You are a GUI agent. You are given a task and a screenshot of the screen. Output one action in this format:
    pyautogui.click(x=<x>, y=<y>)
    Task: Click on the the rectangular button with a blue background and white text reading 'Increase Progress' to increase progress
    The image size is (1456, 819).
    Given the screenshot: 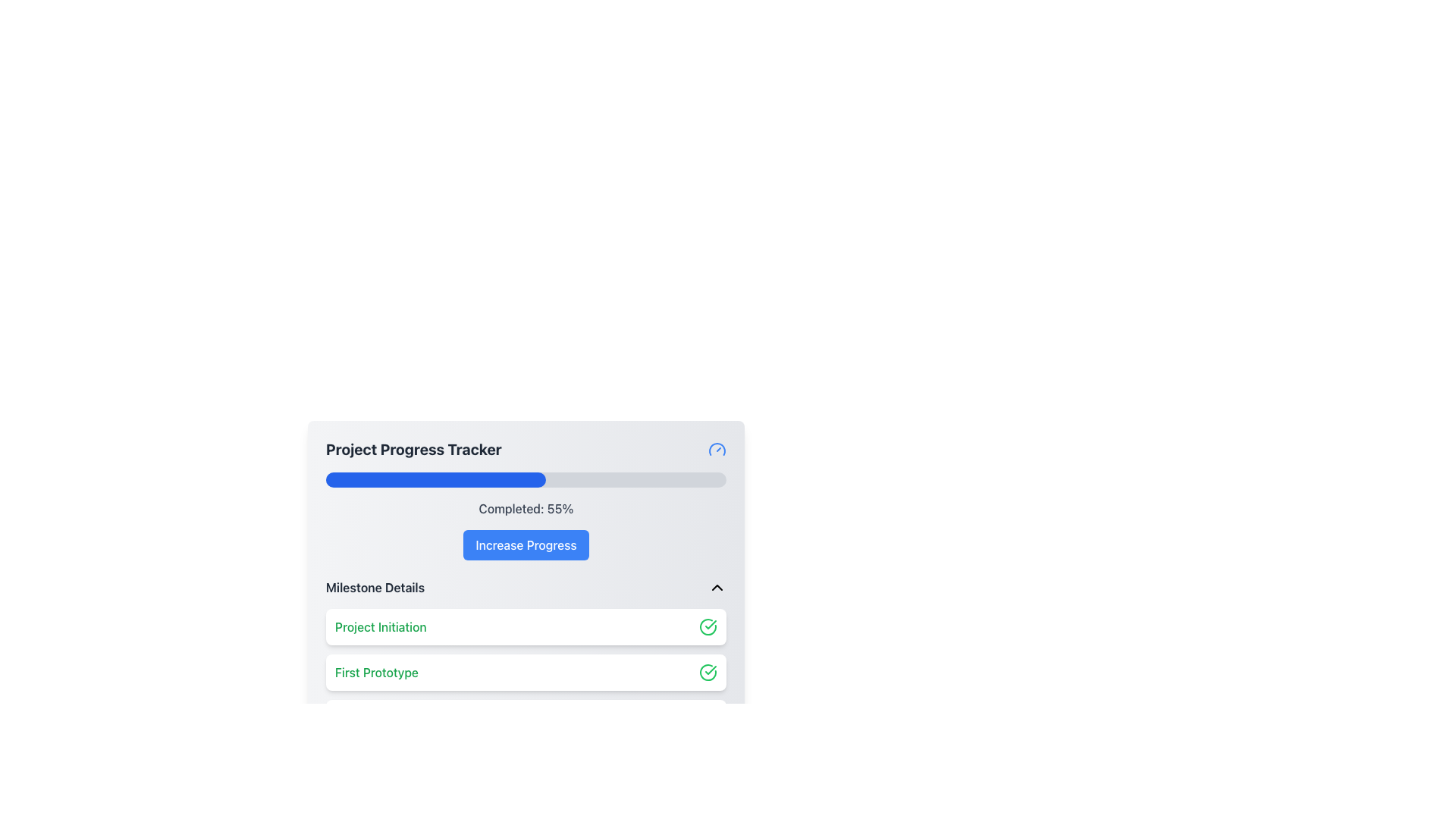 What is the action you would take?
    pyautogui.click(x=526, y=544)
    